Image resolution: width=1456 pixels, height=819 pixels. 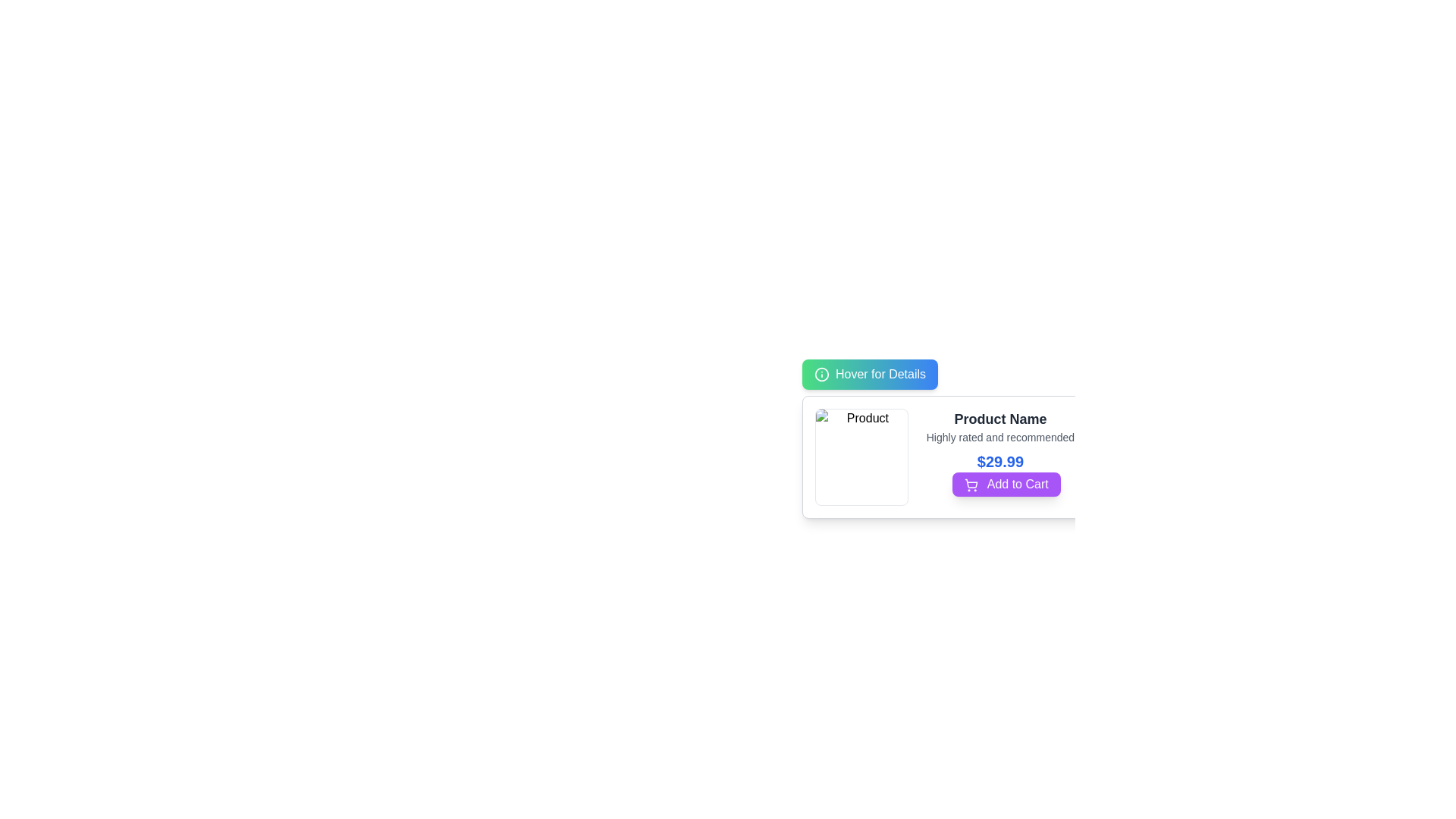 I want to click on the interactive button of the composite element that displays the price and allows users to add the product to the shopping cart, located below the product name and description, so click(x=1000, y=472).